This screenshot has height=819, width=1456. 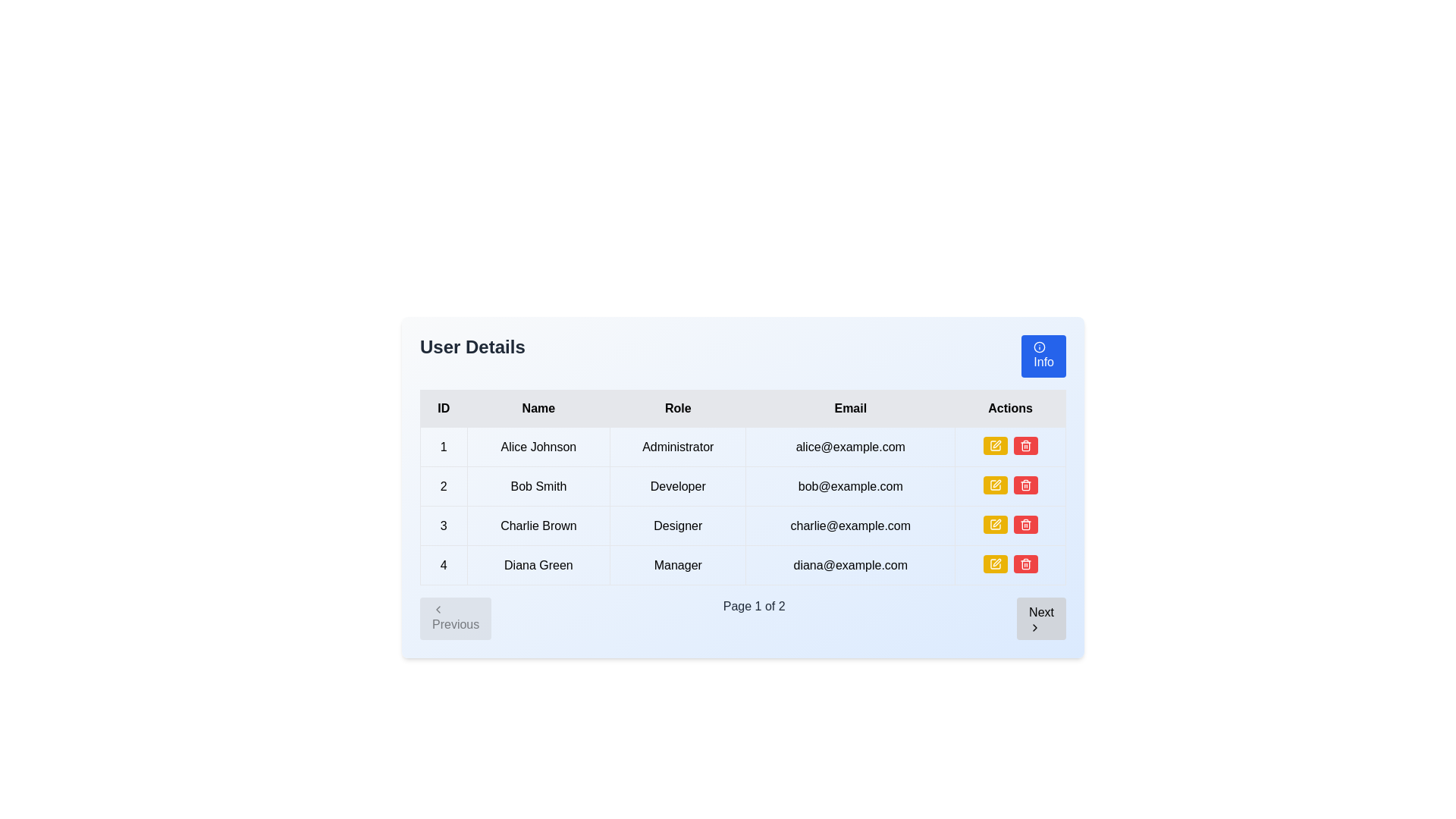 I want to click on the right-facing chevron icon within the 'Next' button, which has a gray background and rounded corners, located at the bottom-right side of the application interface, so click(x=1034, y=628).